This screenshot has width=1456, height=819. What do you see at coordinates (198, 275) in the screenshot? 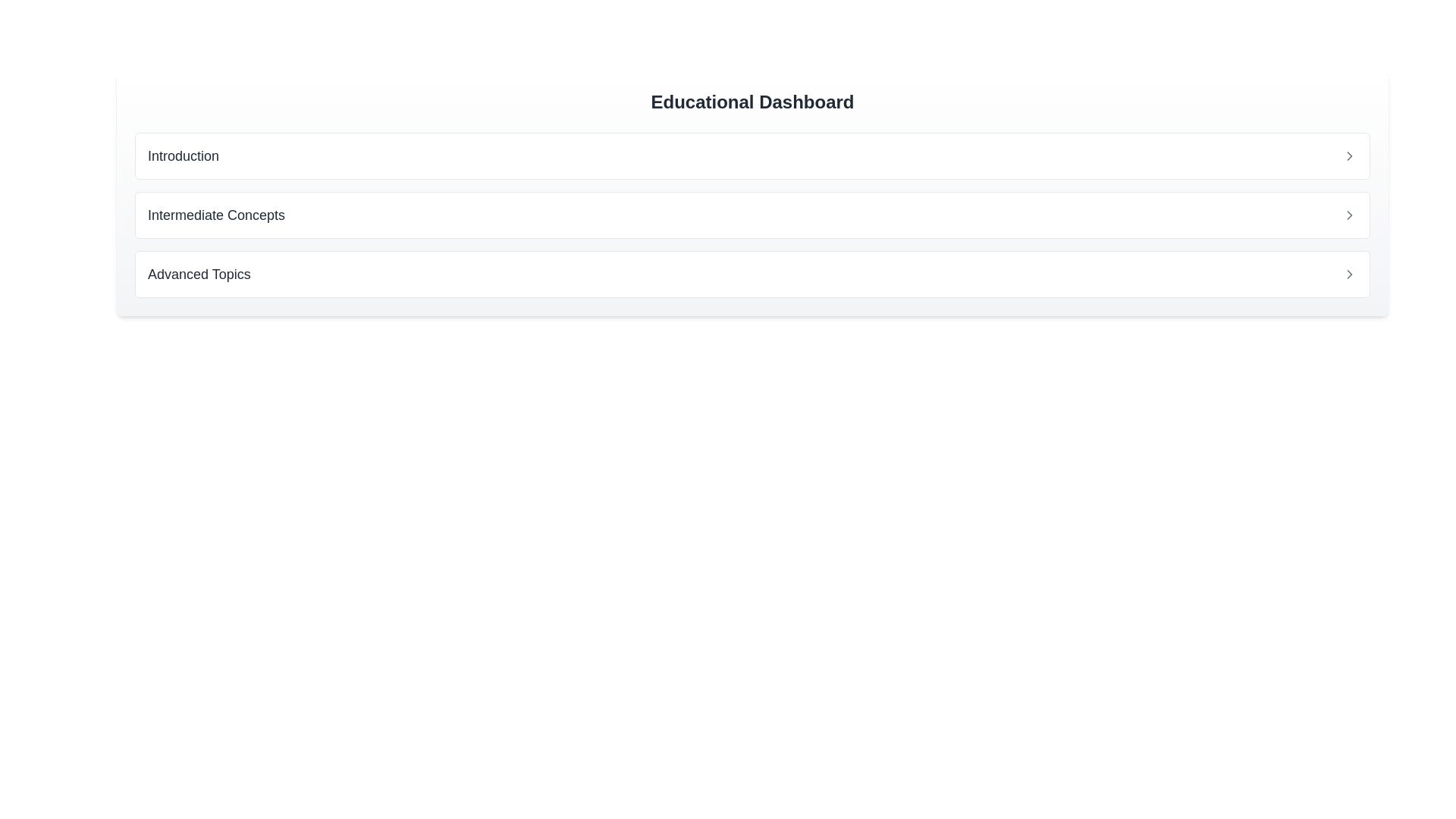
I see `the text label 'Advanced Topics' which is styled in a medium-sized bold dark gray font and located in the third row of the navigation list under 'Educational Dashboard'` at bounding box center [198, 275].